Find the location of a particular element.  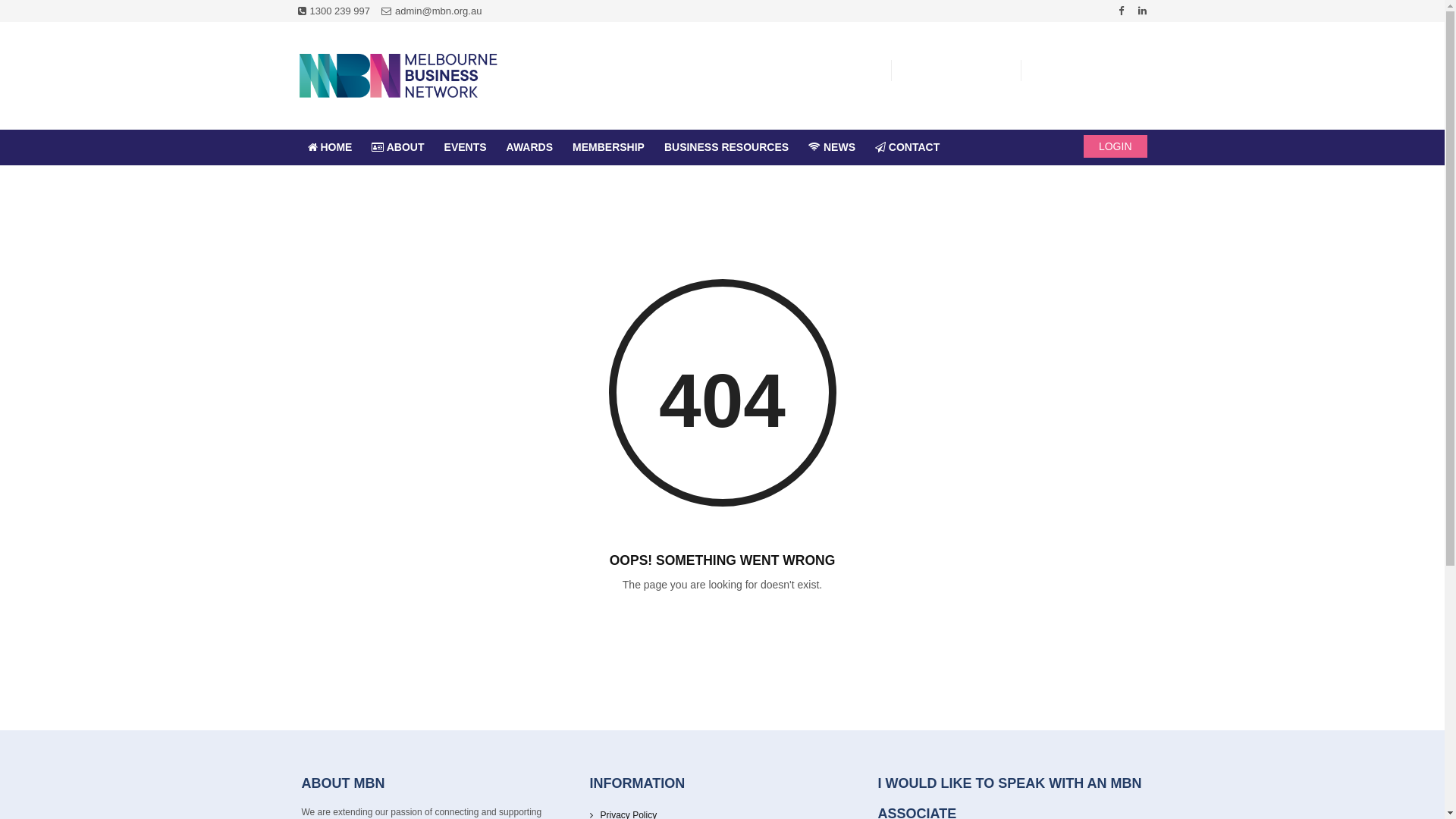

'LinkedIn' is located at coordinates (1142, 11).